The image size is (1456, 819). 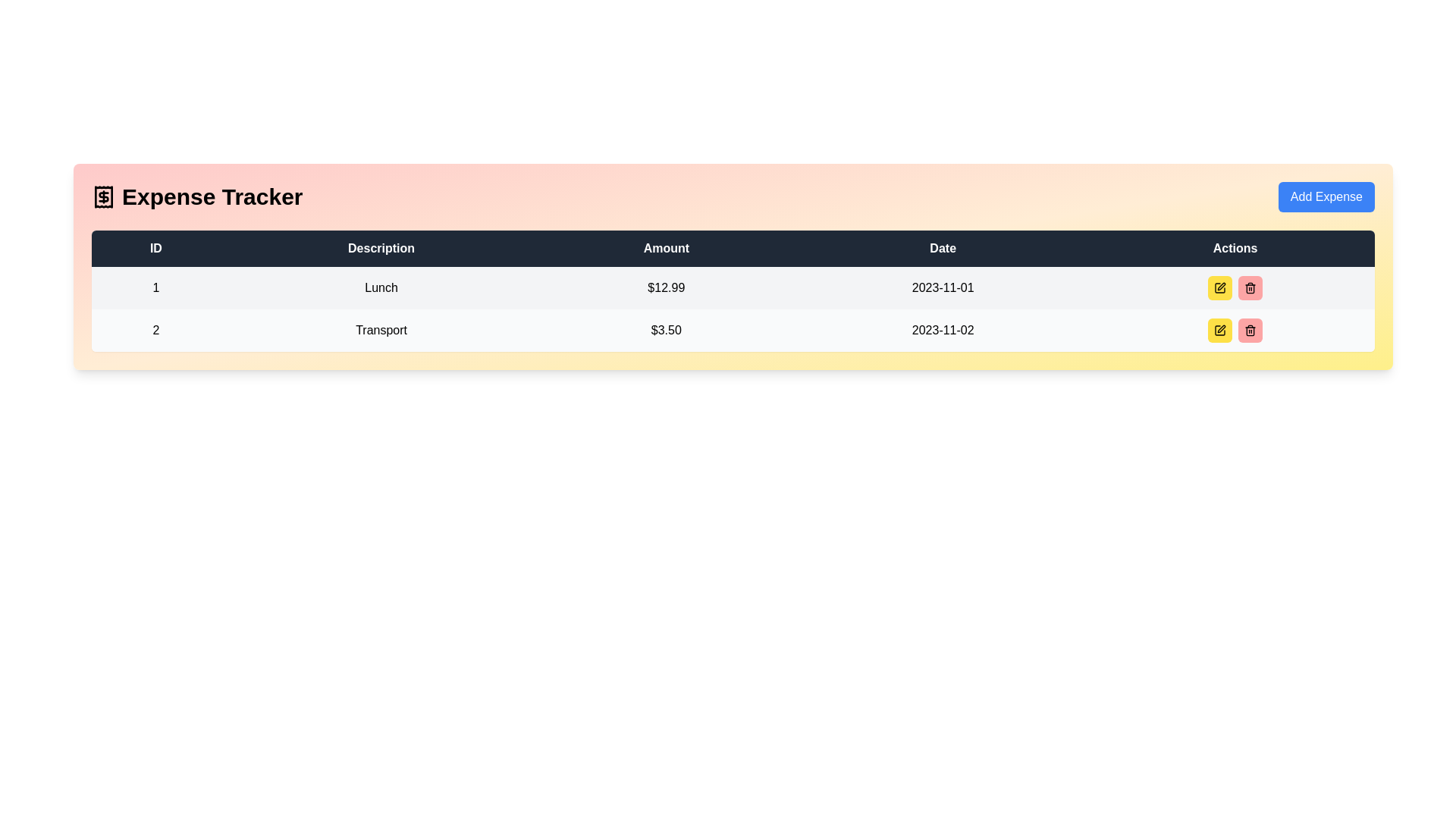 I want to click on the pen-like icon button in the Actions column of the second row, so click(x=1222, y=287).